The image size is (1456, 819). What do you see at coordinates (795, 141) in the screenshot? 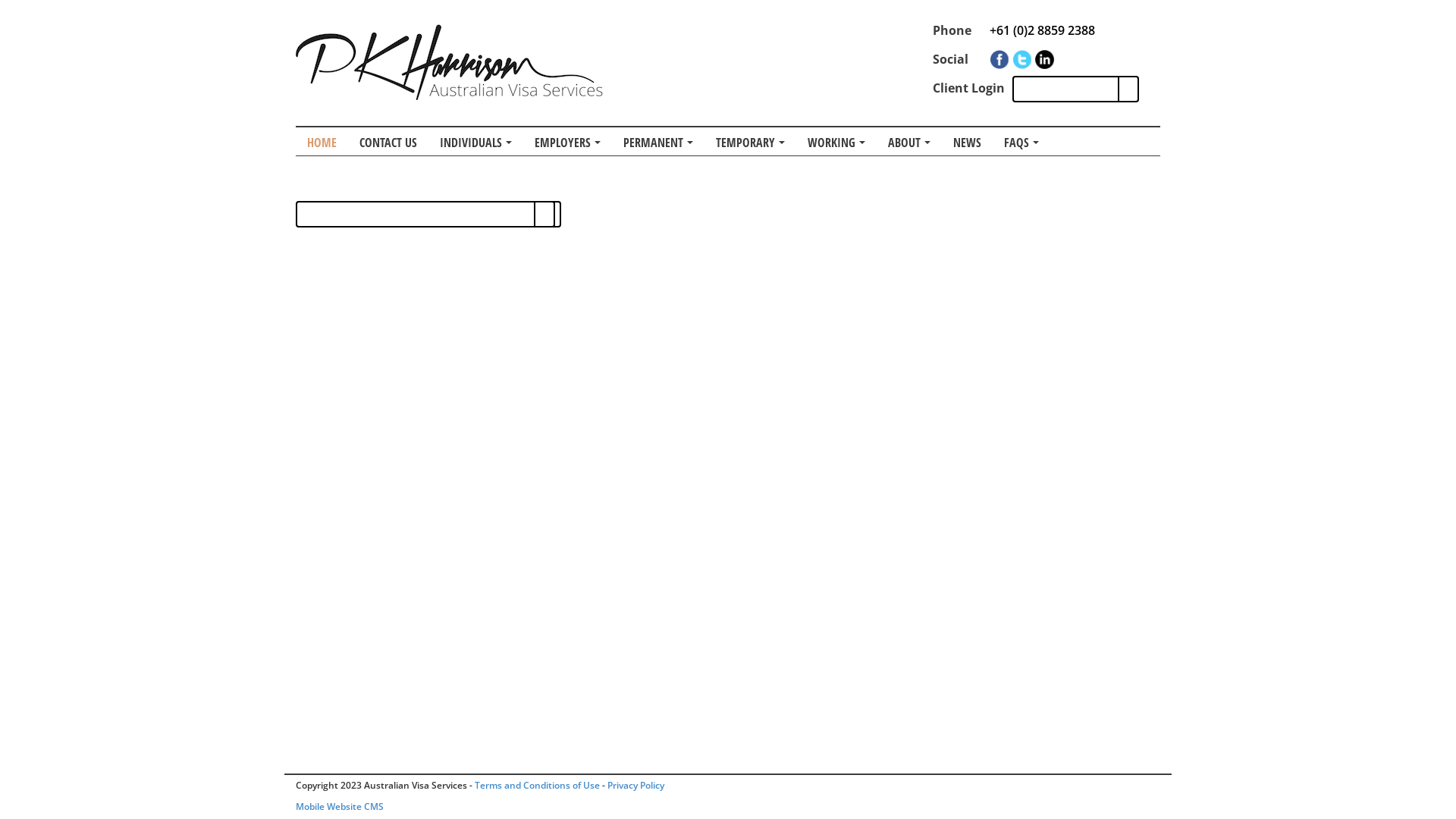
I see `'WORKING'` at bounding box center [795, 141].